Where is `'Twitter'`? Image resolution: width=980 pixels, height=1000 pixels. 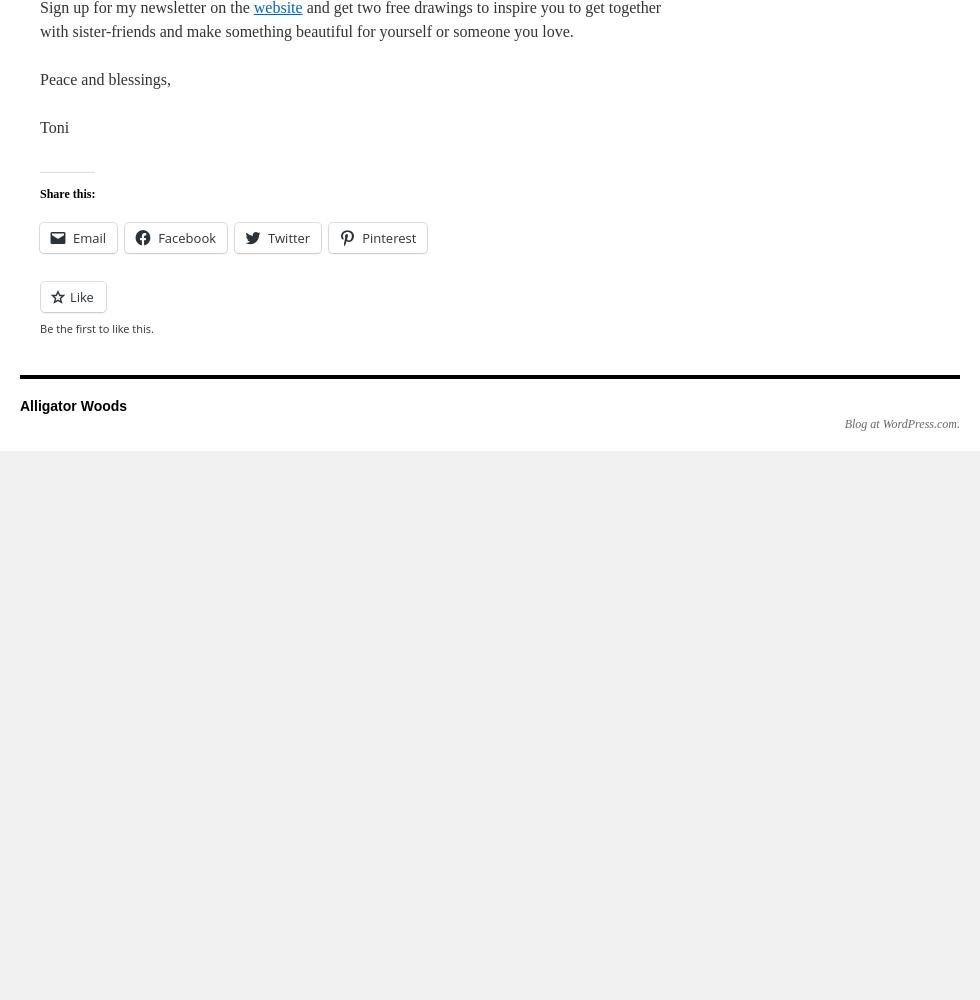 'Twitter' is located at coordinates (289, 237).